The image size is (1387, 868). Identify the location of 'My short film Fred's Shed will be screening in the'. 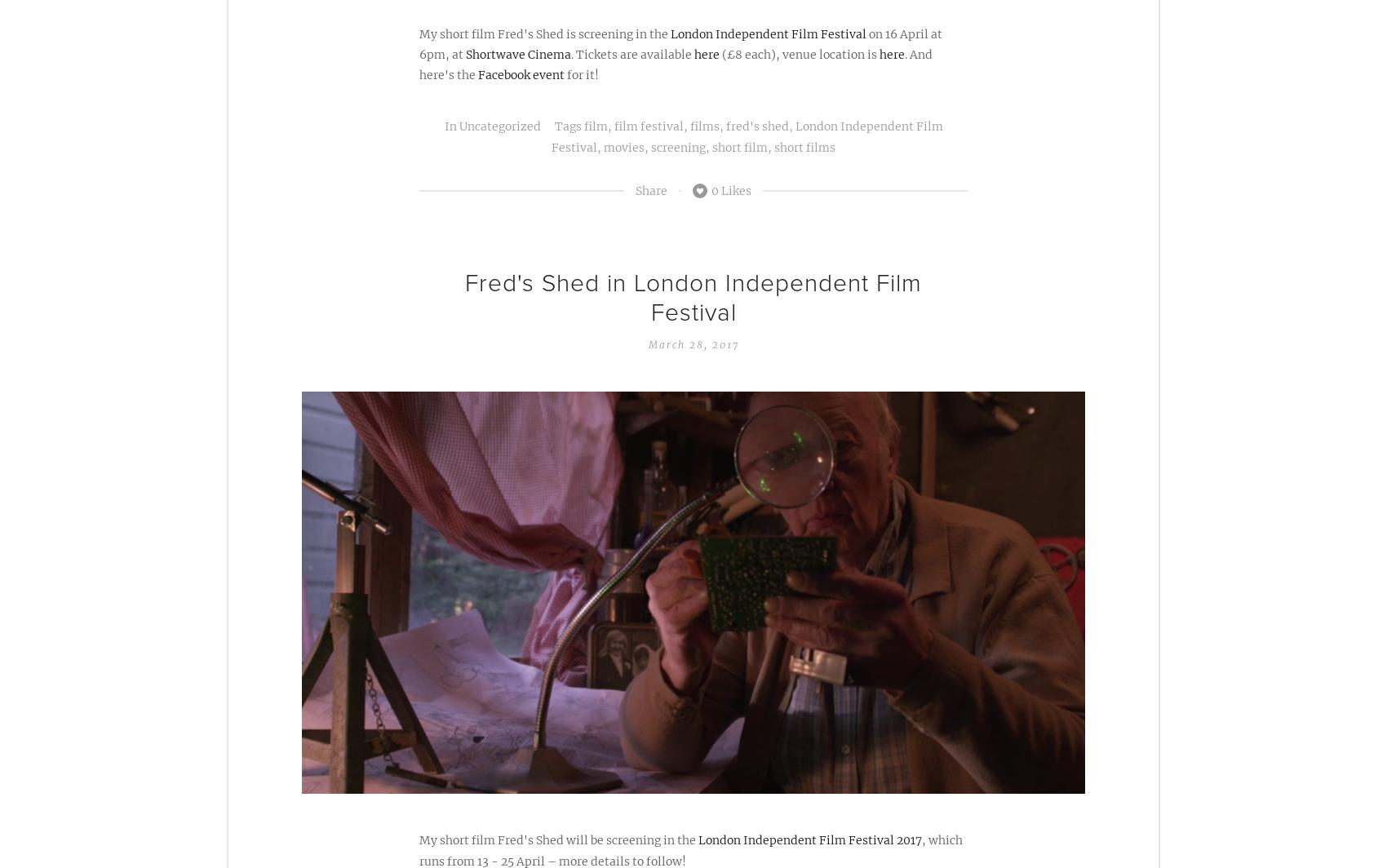
(558, 839).